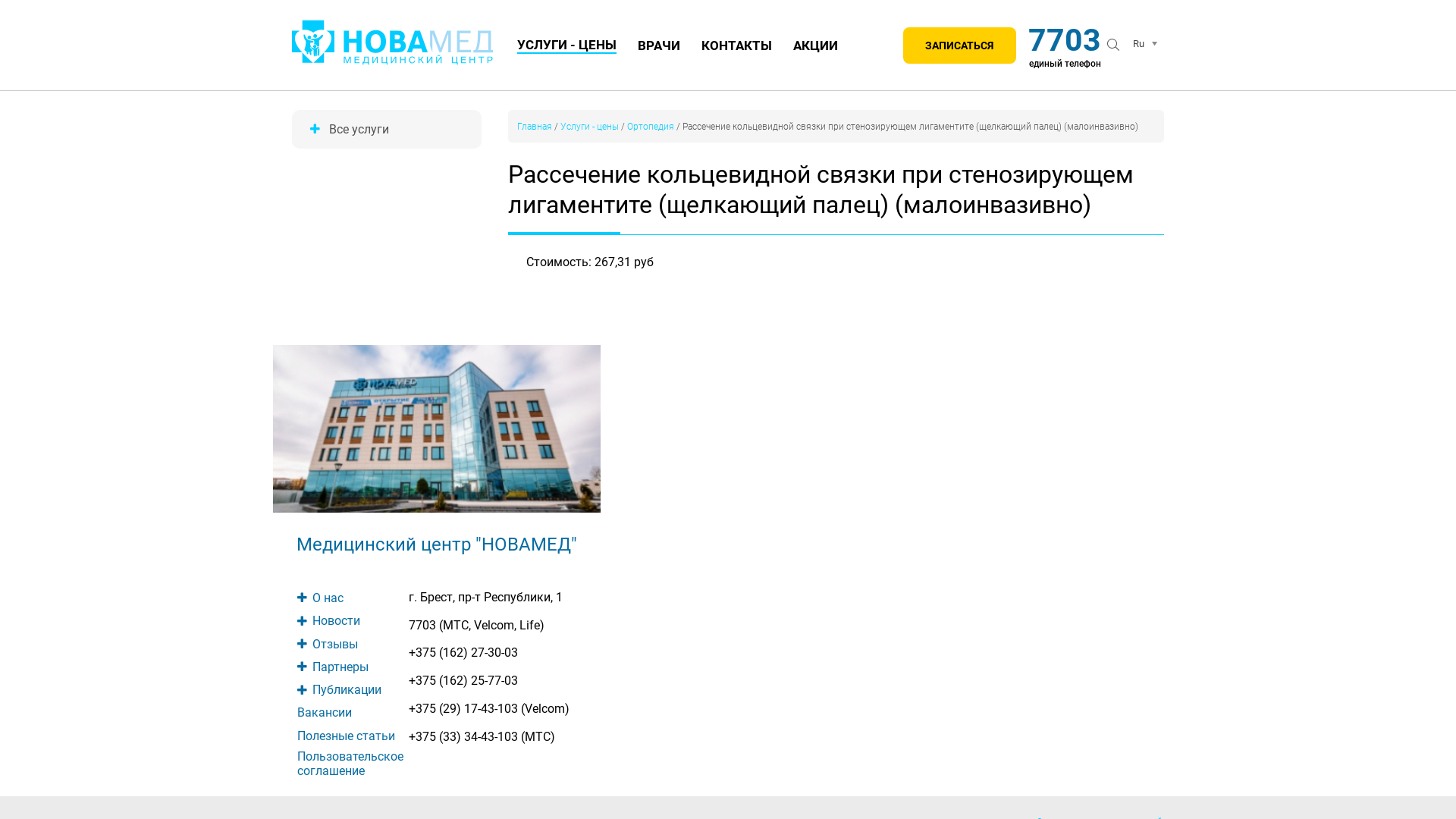 The height and width of the screenshot is (819, 1456). I want to click on 'Ru', so click(1143, 45).